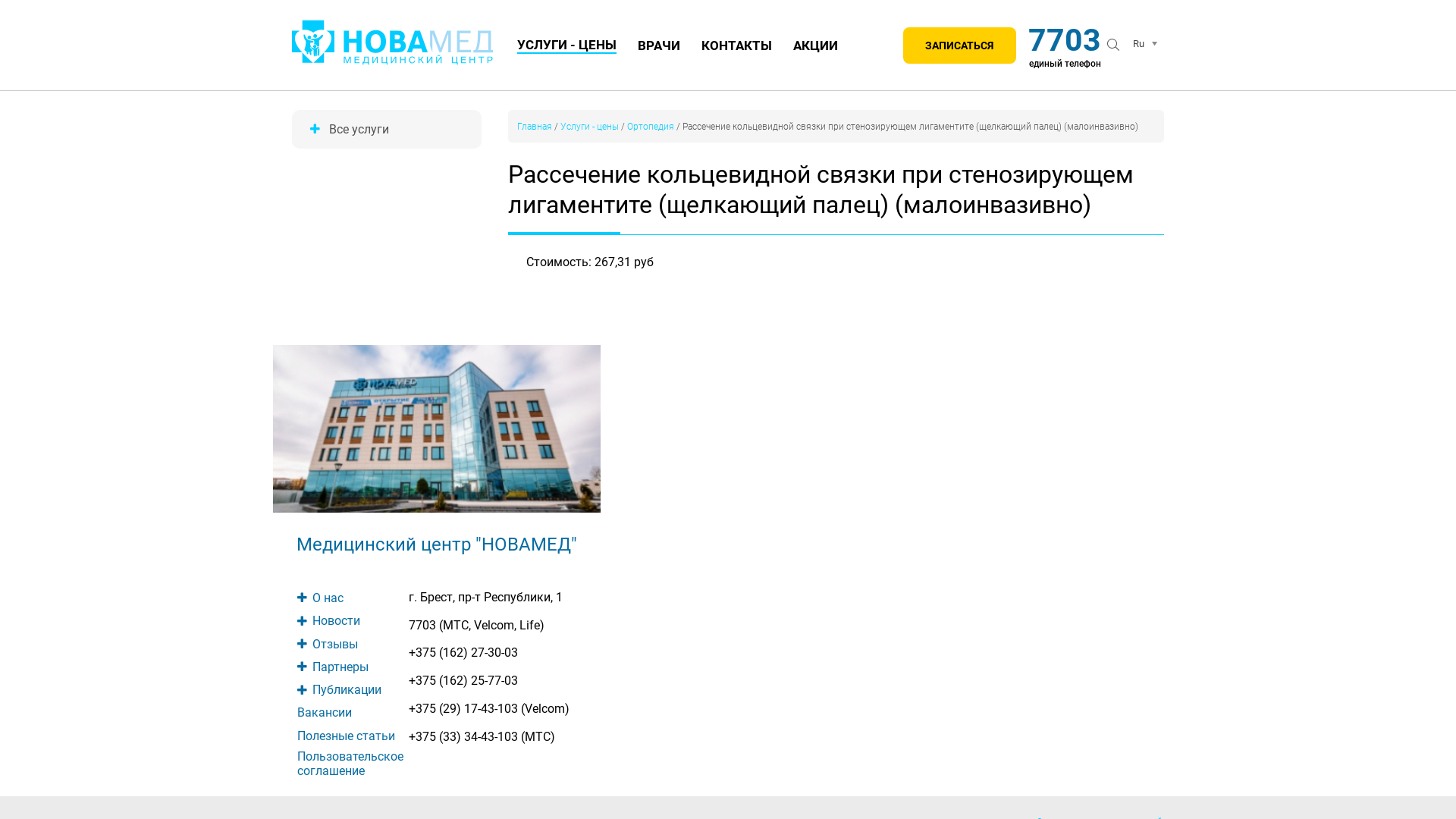 The height and width of the screenshot is (819, 1456). I want to click on 'Ru', so click(1143, 45).